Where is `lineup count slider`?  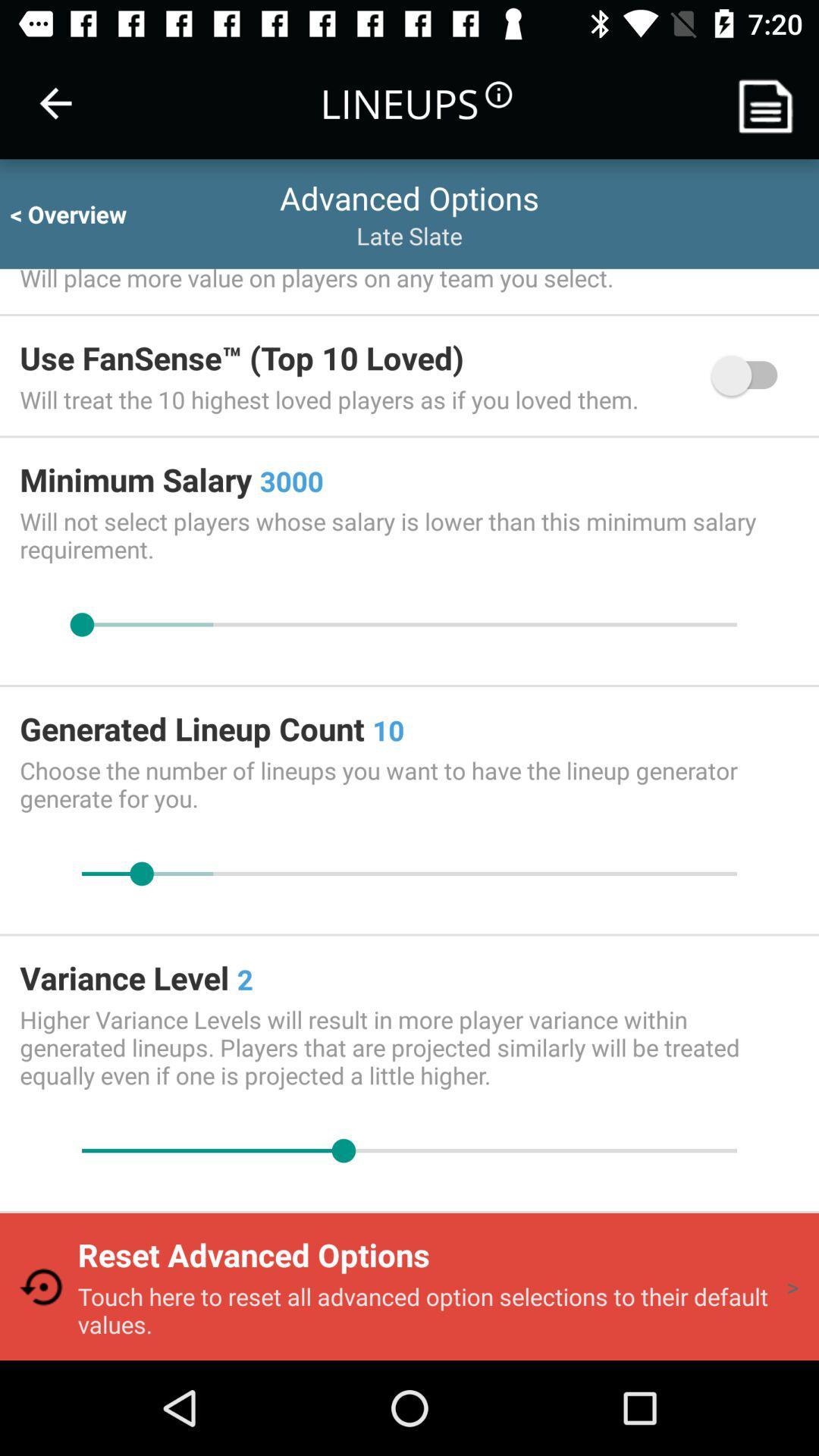
lineup count slider is located at coordinates (409, 874).